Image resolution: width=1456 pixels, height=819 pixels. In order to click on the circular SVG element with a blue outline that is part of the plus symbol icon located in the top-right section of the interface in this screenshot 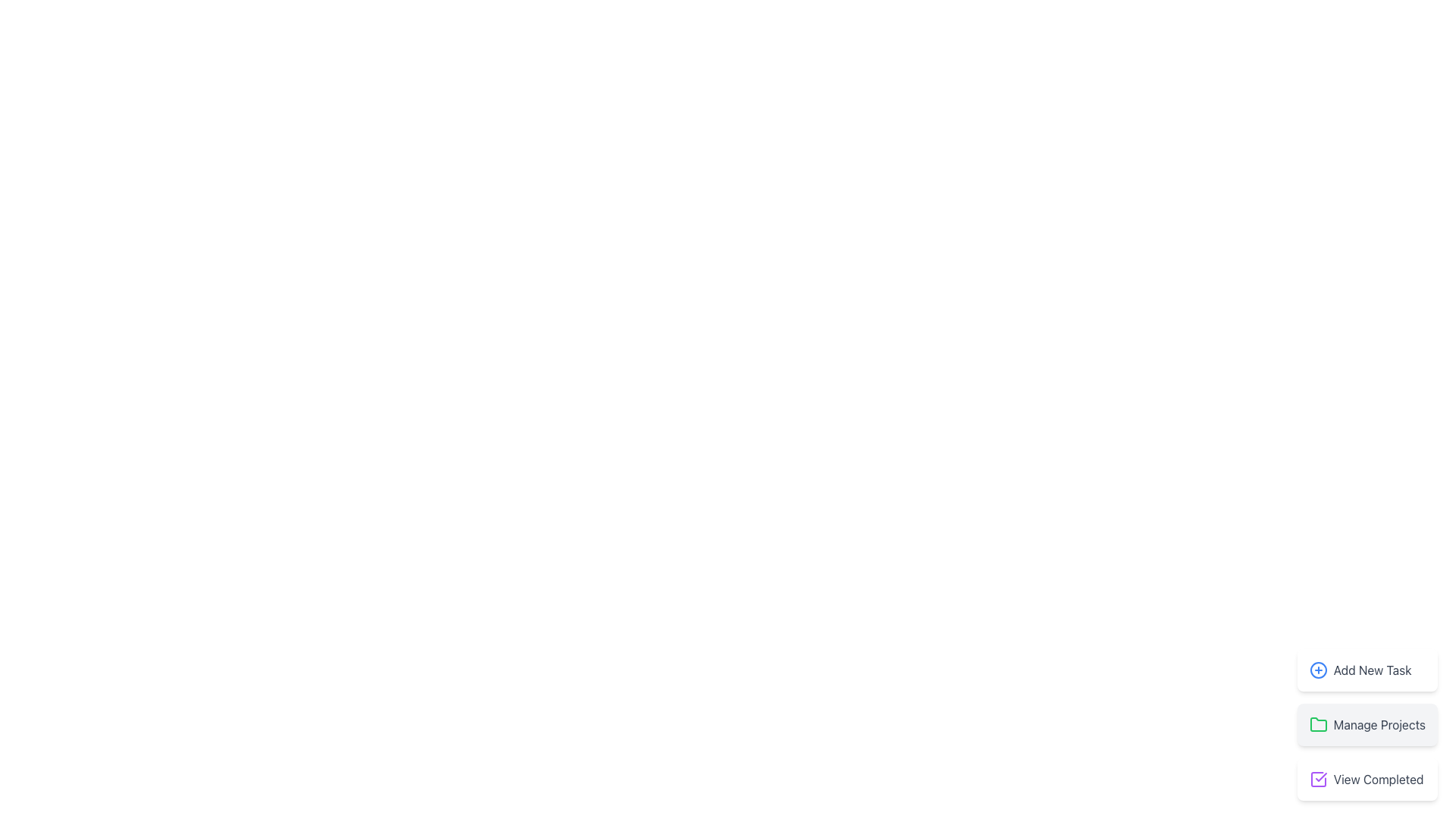, I will do `click(1317, 669)`.